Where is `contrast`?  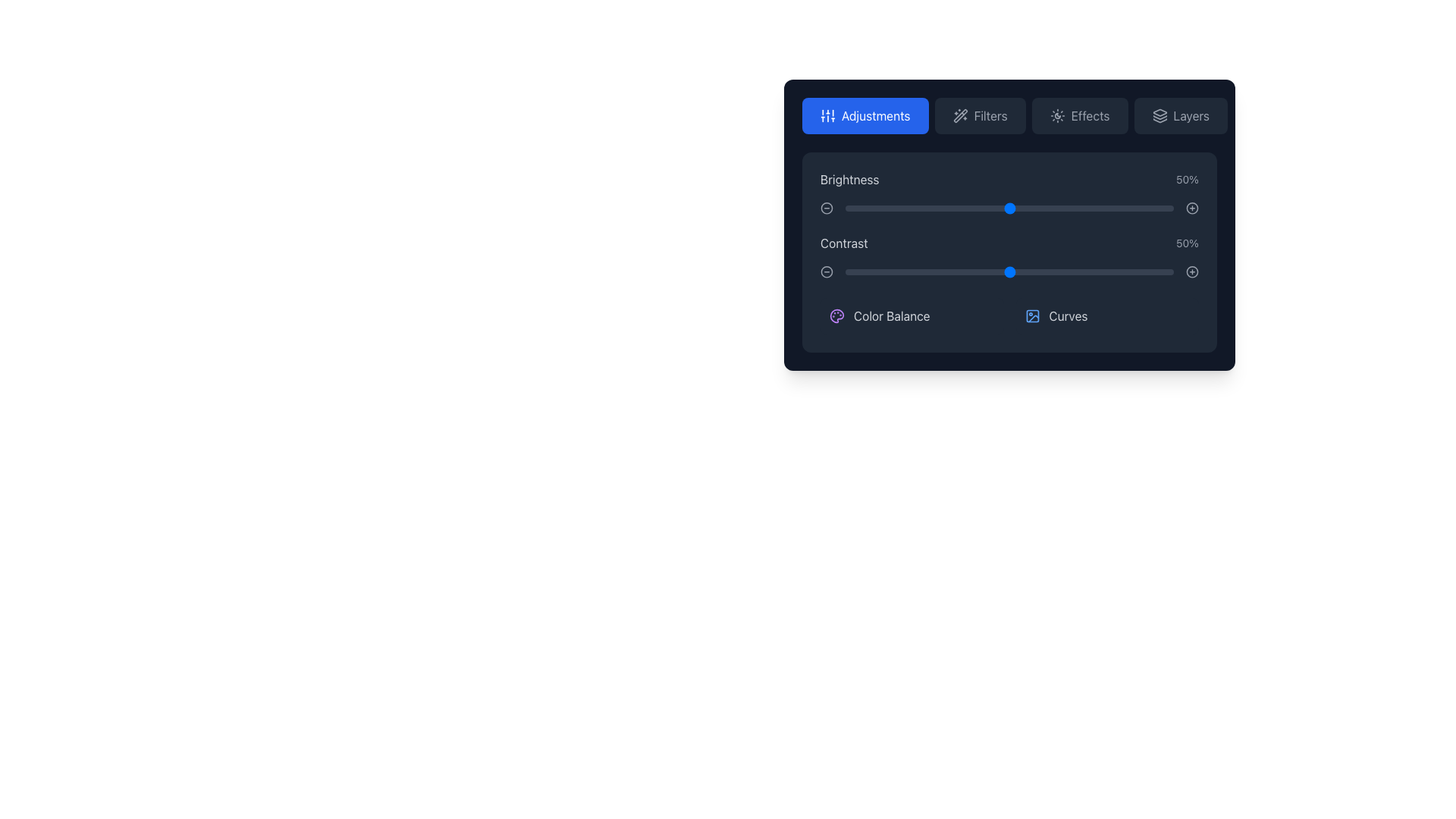 contrast is located at coordinates (999, 271).